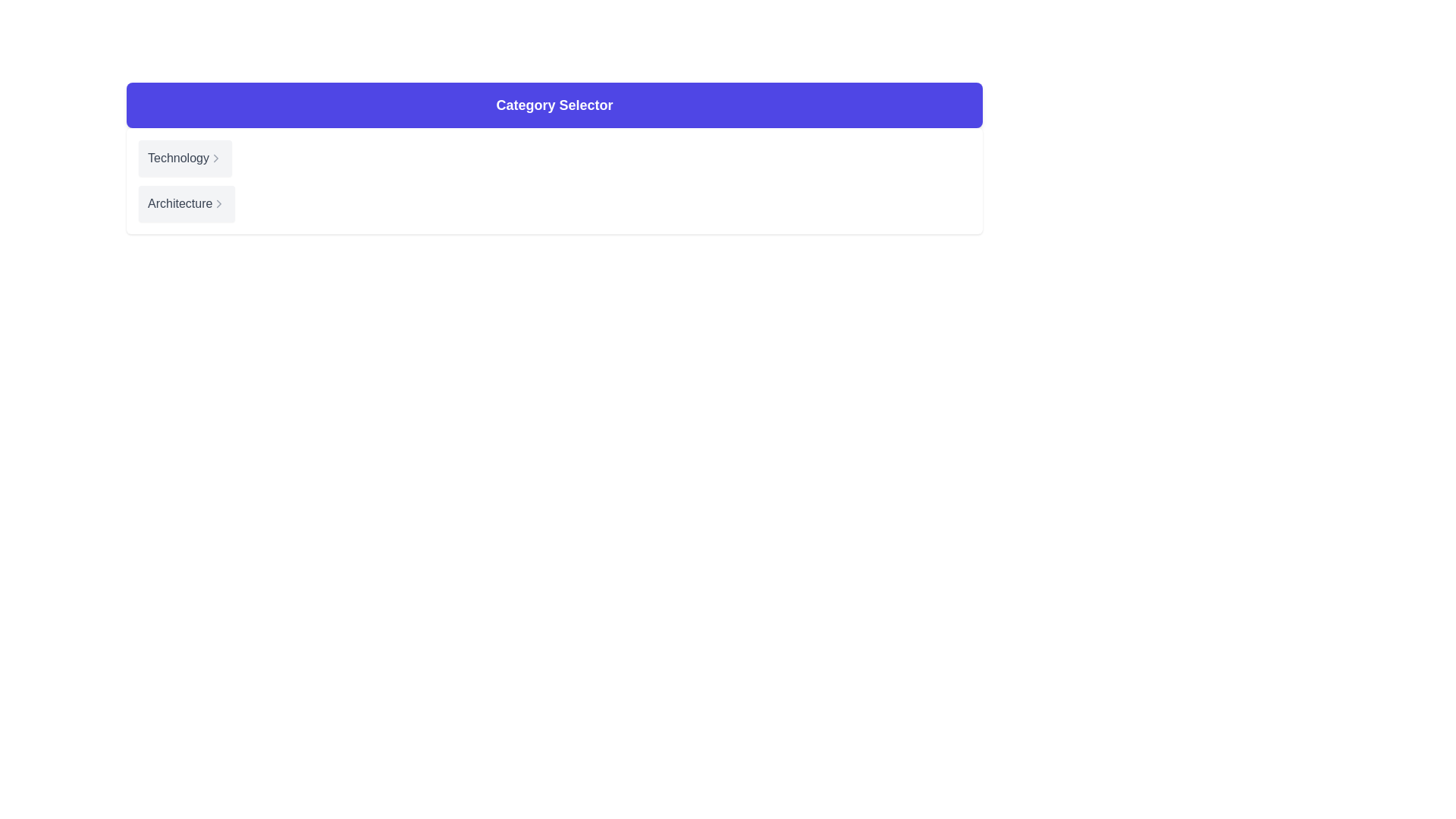 Image resolution: width=1456 pixels, height=819 pixels. I want to click on the 'Architecture' button which is a rectangular UI element with a light gray background, rounded corners, and a shadow effect, located below the 'Technology' element in the menu, so click(186, 203).